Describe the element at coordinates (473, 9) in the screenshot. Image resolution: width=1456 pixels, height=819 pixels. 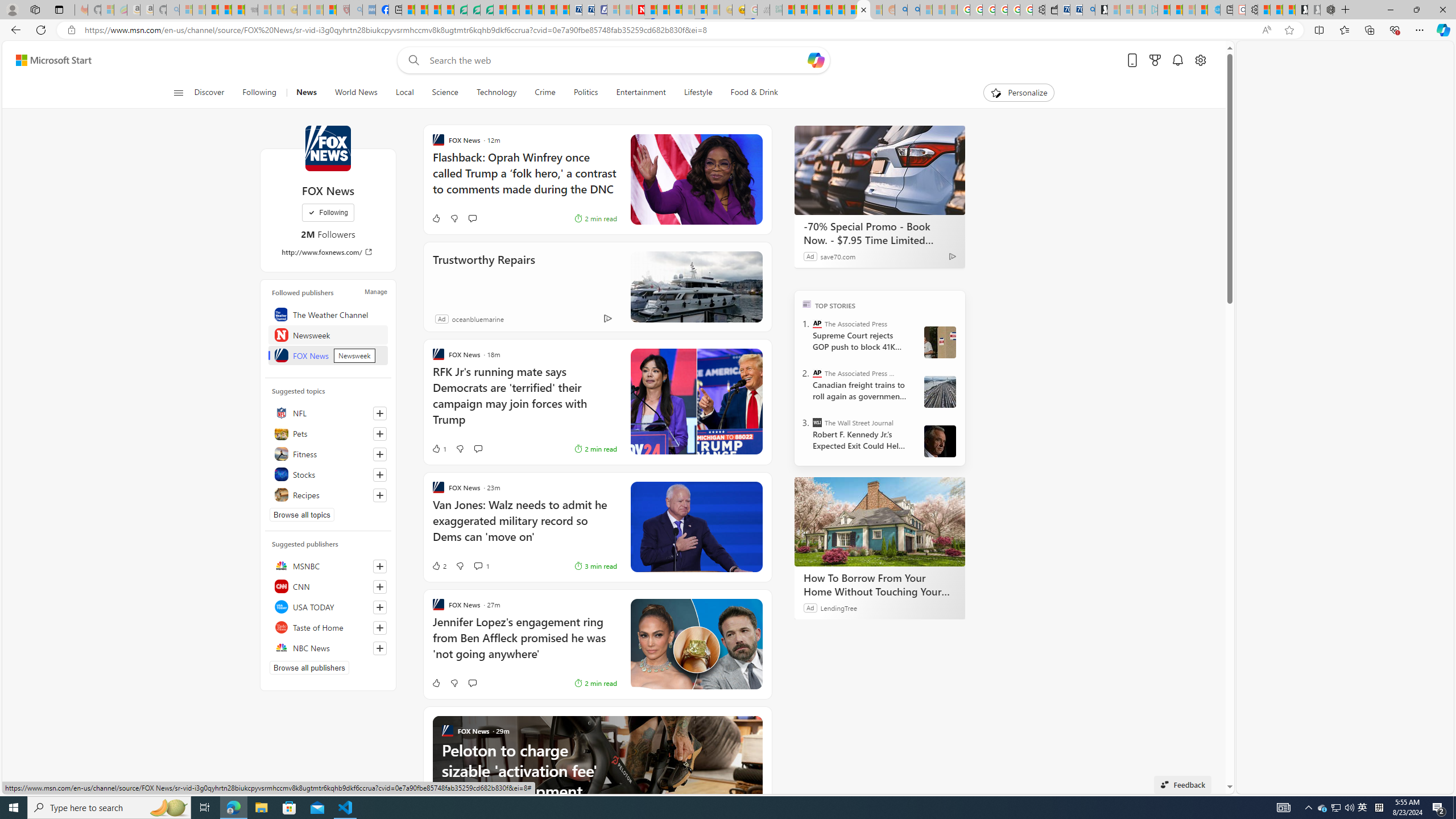
I see `'Terms of Use Agreement'` at that location.